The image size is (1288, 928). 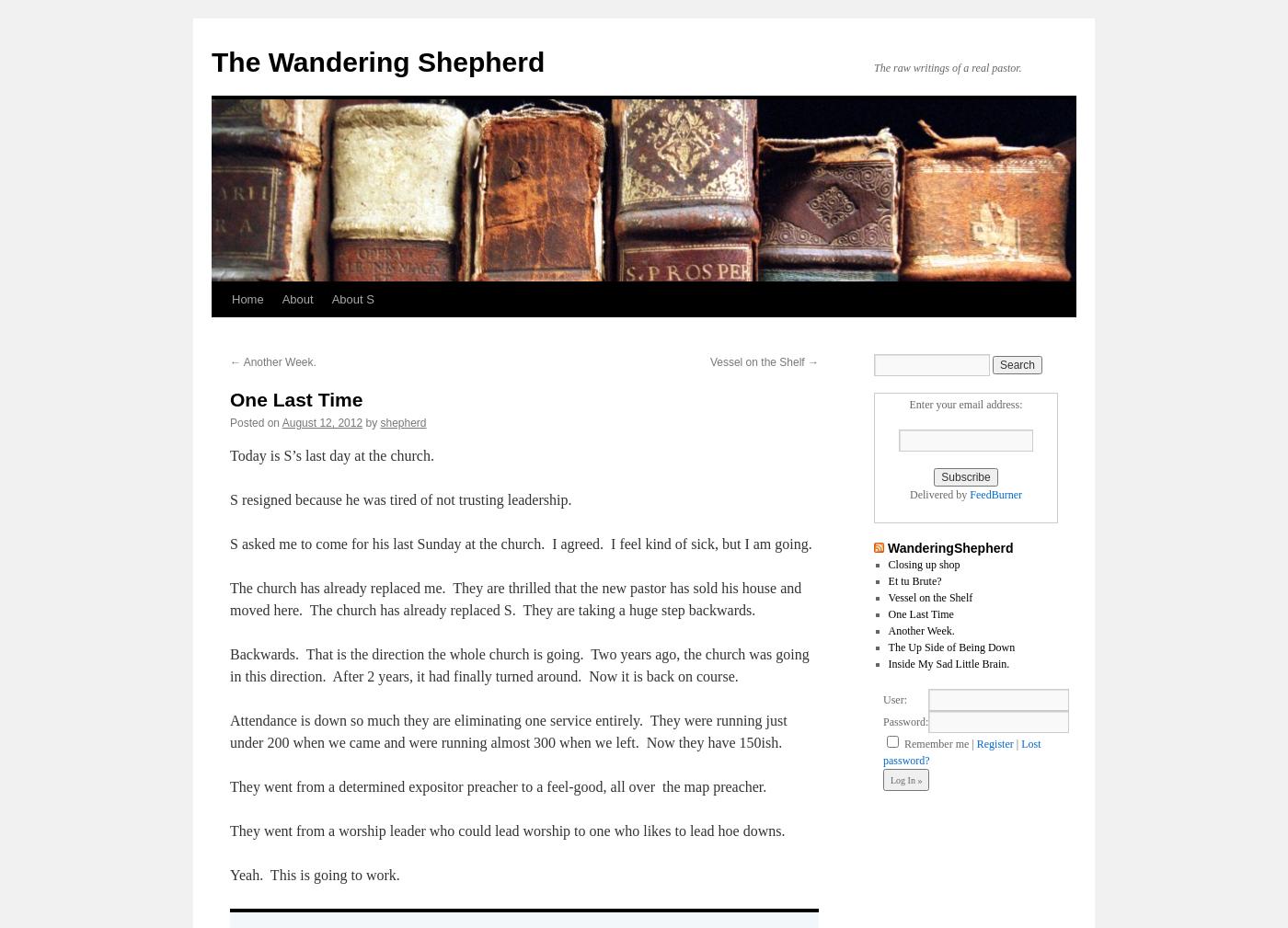 I want to click on 'They went from a determined expositor preacher to a feel-good, all over  the map preacher.', so click(x=498, y=786).